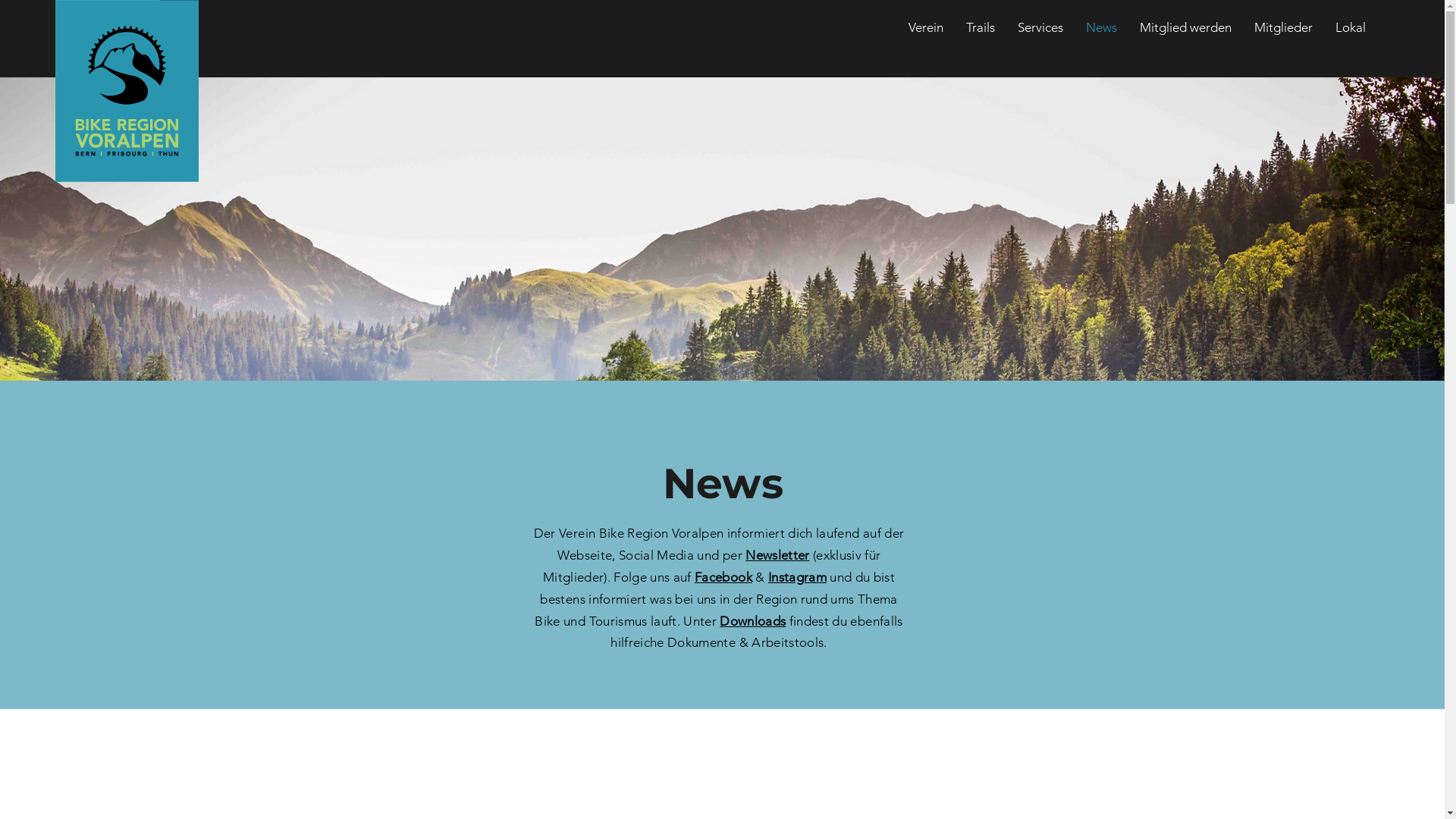 The width and height of the screenshot is (1456, 819). What do you see at coordinates (1040, 37) in the screenshot?
I see `'Services'` at bounding box center [1040, 37].